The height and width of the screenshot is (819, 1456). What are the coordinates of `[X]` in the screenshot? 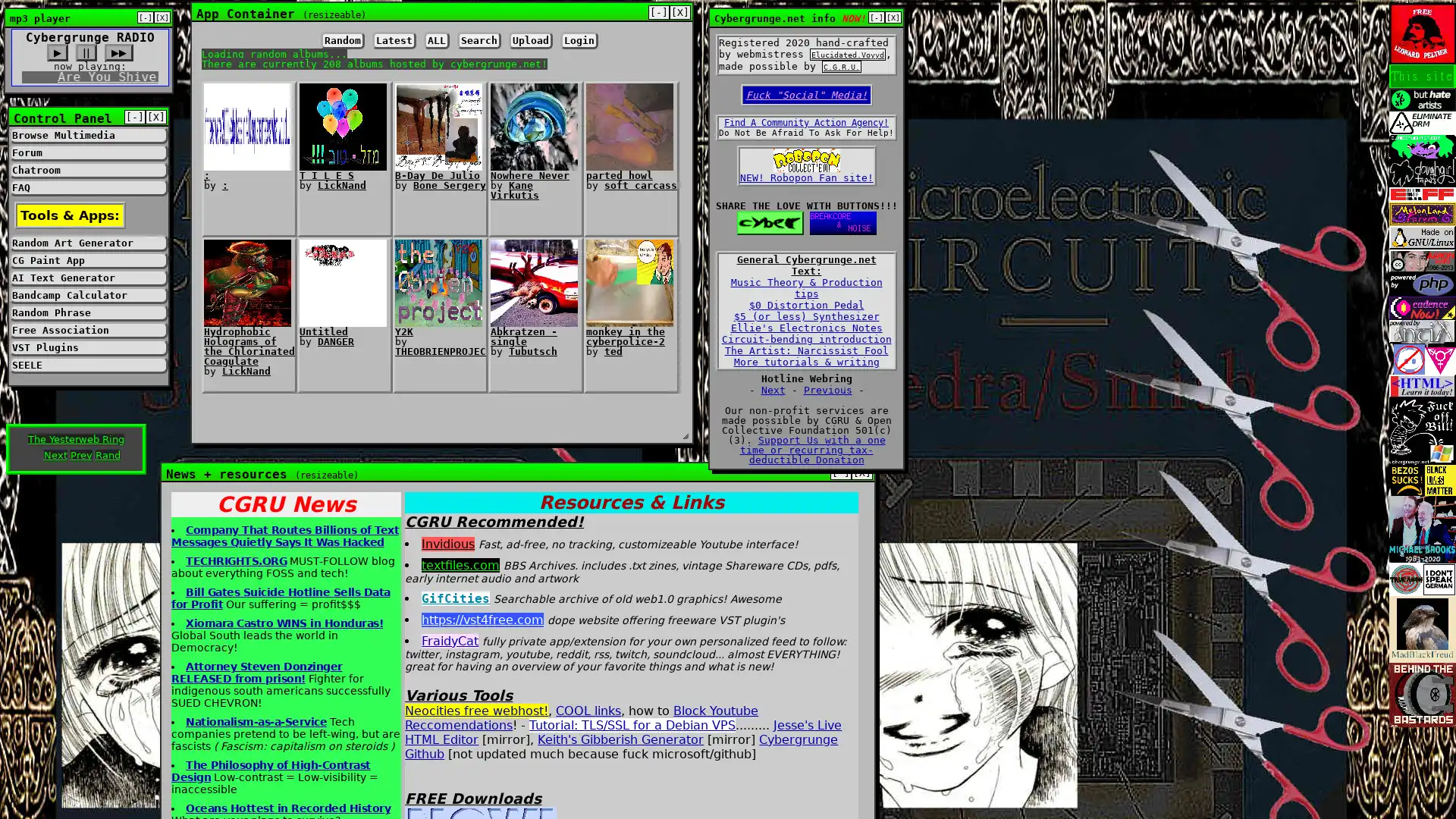 It's located at (156, 116).